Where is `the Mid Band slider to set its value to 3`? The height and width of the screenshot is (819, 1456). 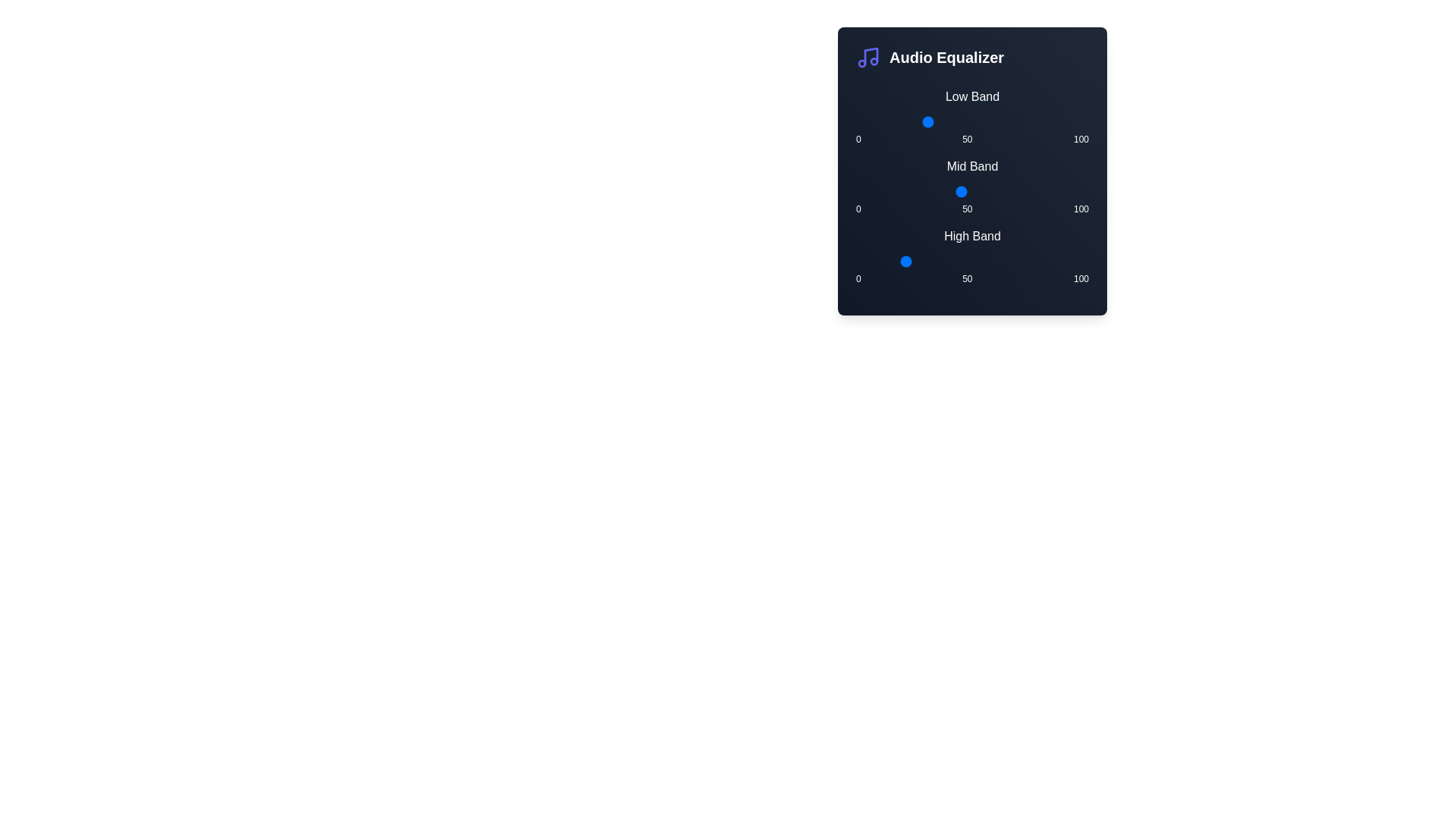
the Mid Band slider to set its value to 3 is located at coordinates (863, 191).